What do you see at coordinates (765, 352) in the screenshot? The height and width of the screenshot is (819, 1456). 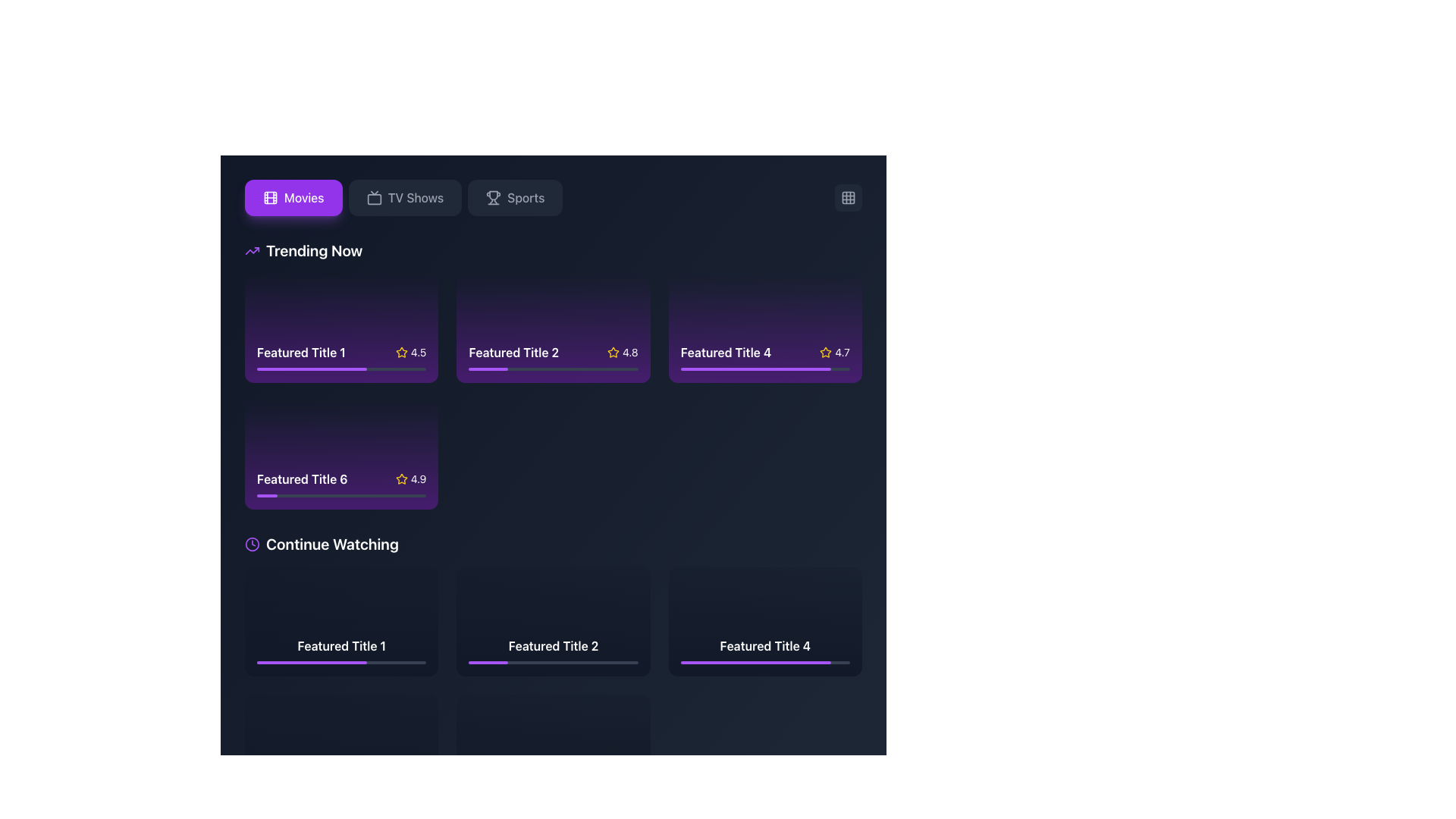 I see `the third item in the 'Trending Now' section, which displays the text 'Featured Title 4' and a yellow star icon with a rating of '4.7'` at bounding box center [765, 352].